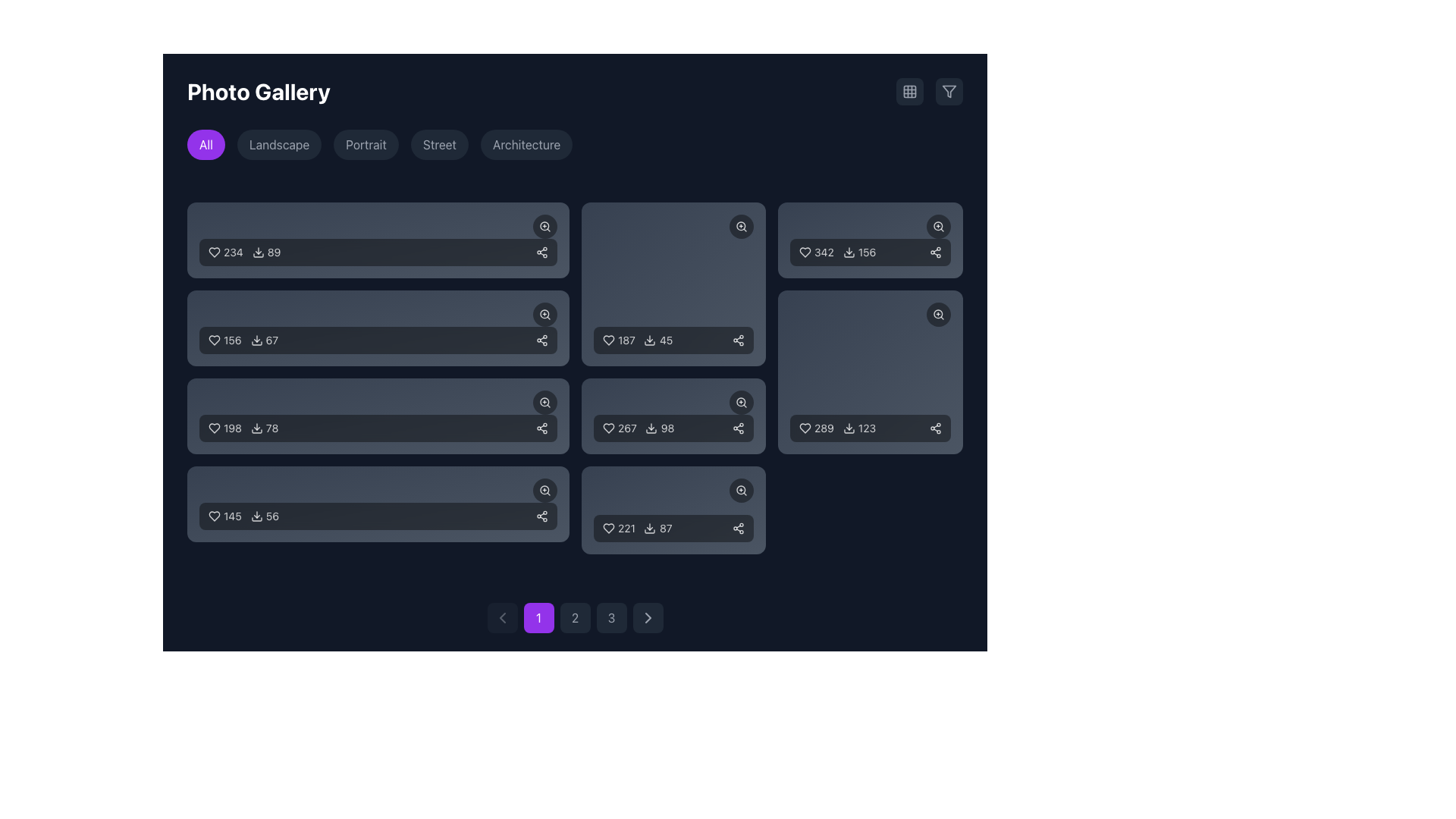 This screenshot has width=1456, height=819. I want to click on the pagination button located at the bottom-right of the pagination section, which features a rounded rectangular shape with a gray background and a right-pointing arrow icon, so click(648, 617).